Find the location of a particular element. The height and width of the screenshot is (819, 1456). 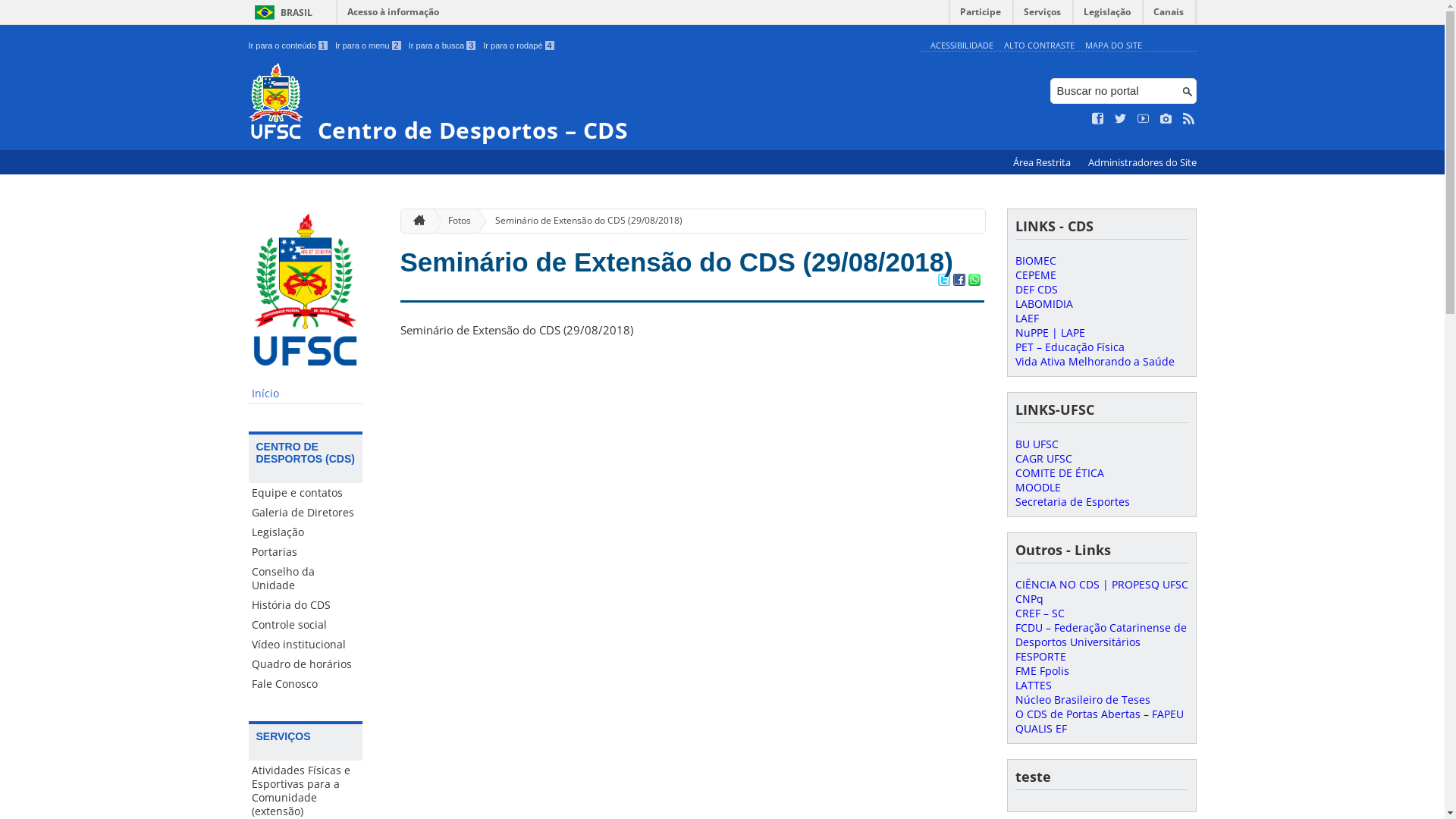

'LATTES' is located at coordinates (1032, 685).